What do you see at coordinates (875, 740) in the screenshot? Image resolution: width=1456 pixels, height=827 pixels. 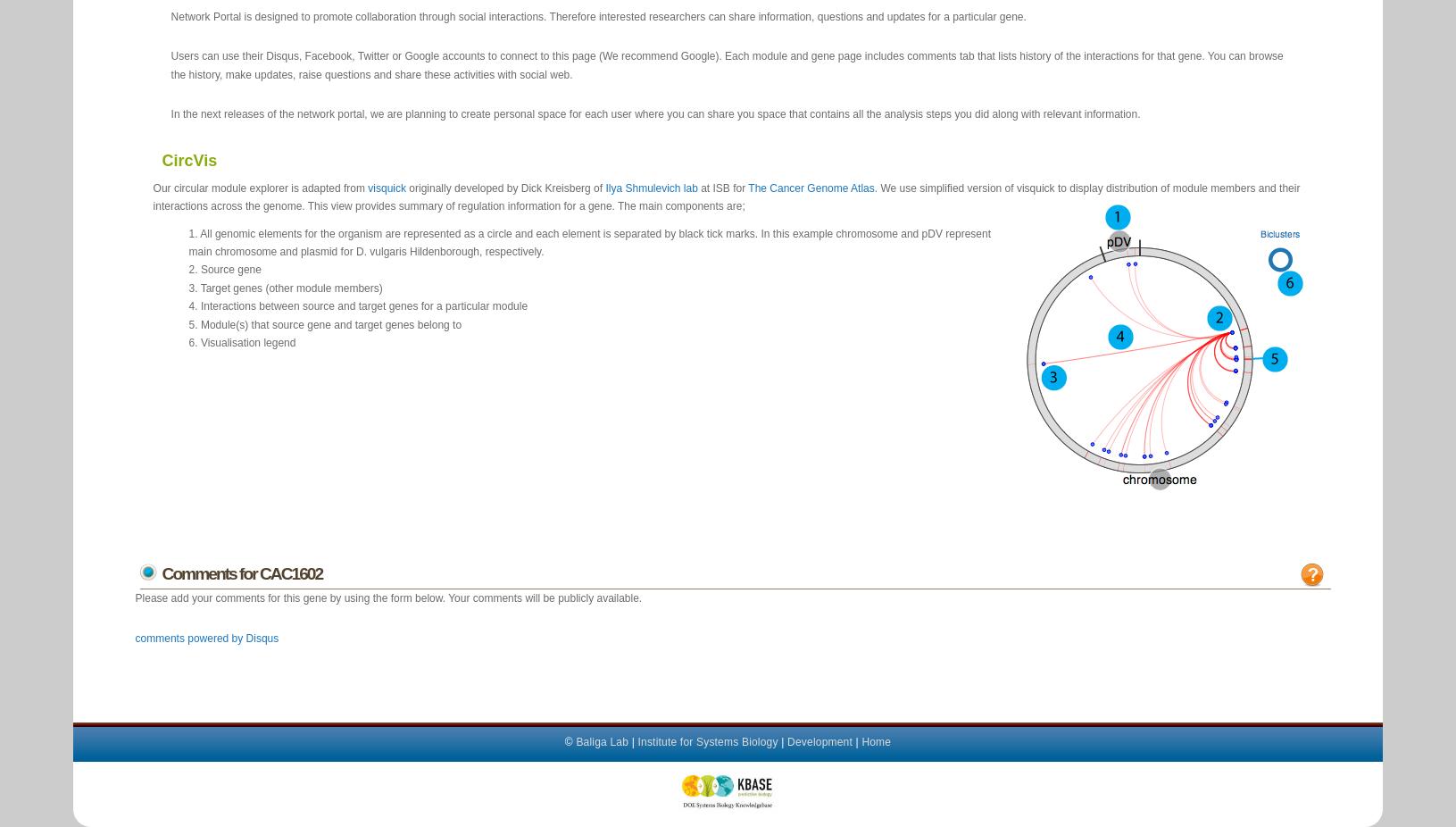 I see `'Home'` at bounding box center [875, 740].